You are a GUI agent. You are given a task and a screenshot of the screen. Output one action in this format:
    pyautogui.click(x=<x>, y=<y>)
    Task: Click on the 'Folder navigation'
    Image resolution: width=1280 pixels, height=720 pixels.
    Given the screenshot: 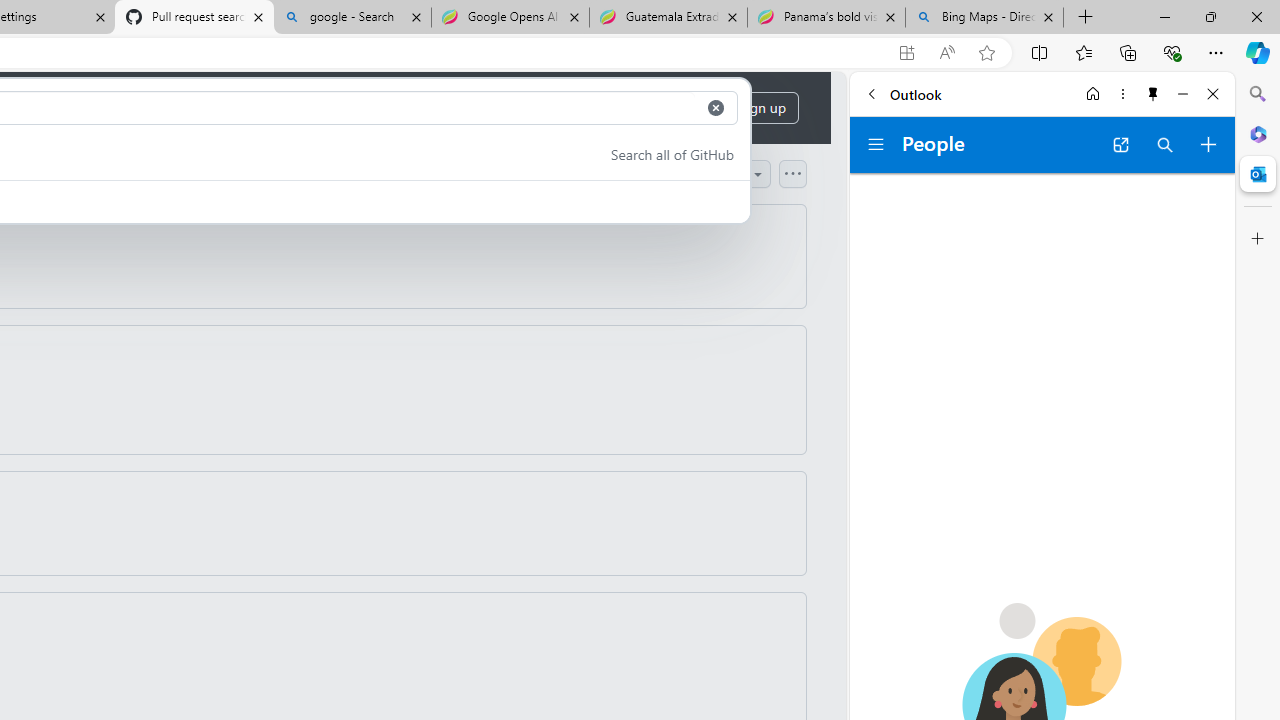 What is the action you would take?
    pyautogui.click(x=876, y=144)
    